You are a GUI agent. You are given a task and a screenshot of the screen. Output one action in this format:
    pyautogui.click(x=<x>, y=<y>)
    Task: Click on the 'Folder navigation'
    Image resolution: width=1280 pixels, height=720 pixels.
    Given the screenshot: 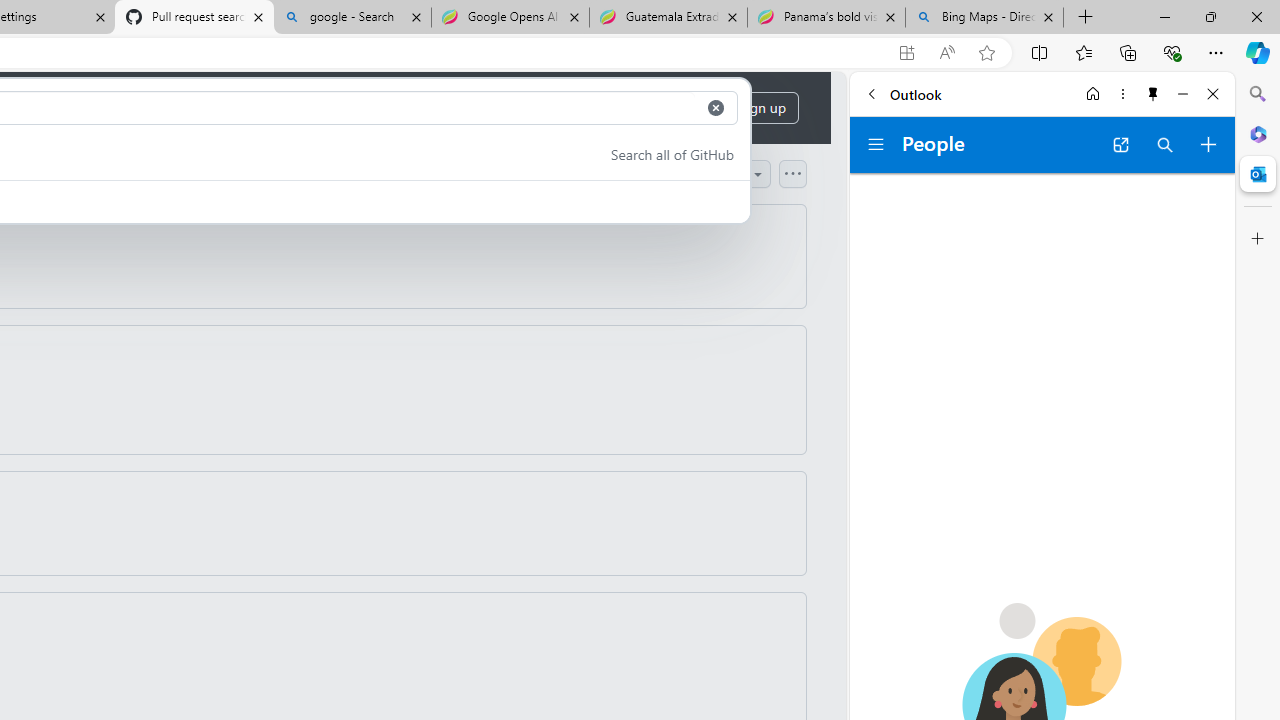 What is the action you would take?
    pyautogui.click(x=876, y=144)
    